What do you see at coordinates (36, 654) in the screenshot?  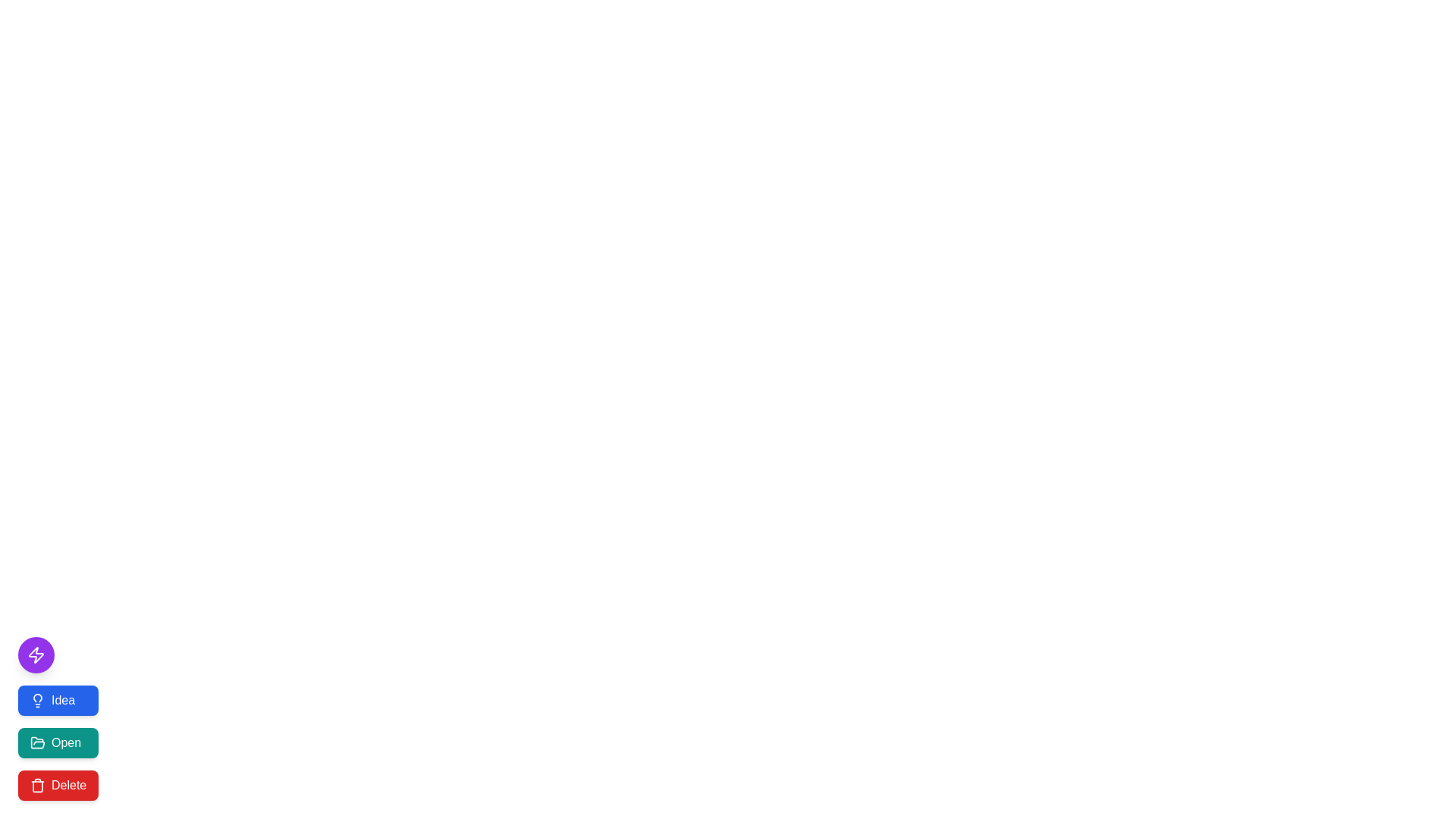 I see `the circular button that symbolizes an 'idea' or 'lightning' action, located at the top of a vertical stack of buttons` at bounding box center [36, 654].